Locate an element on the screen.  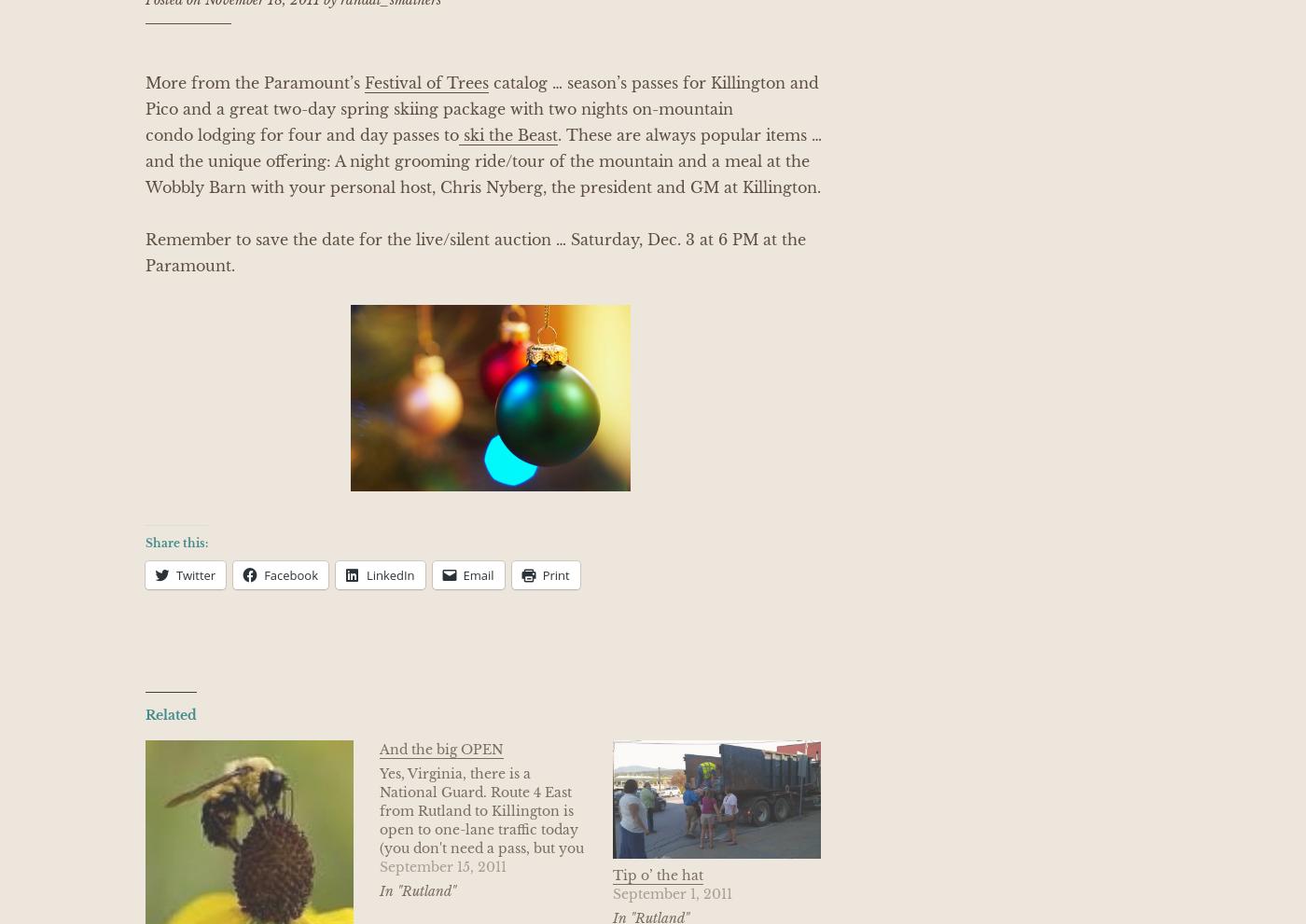
'Print' is located at coordinates (555, 574).